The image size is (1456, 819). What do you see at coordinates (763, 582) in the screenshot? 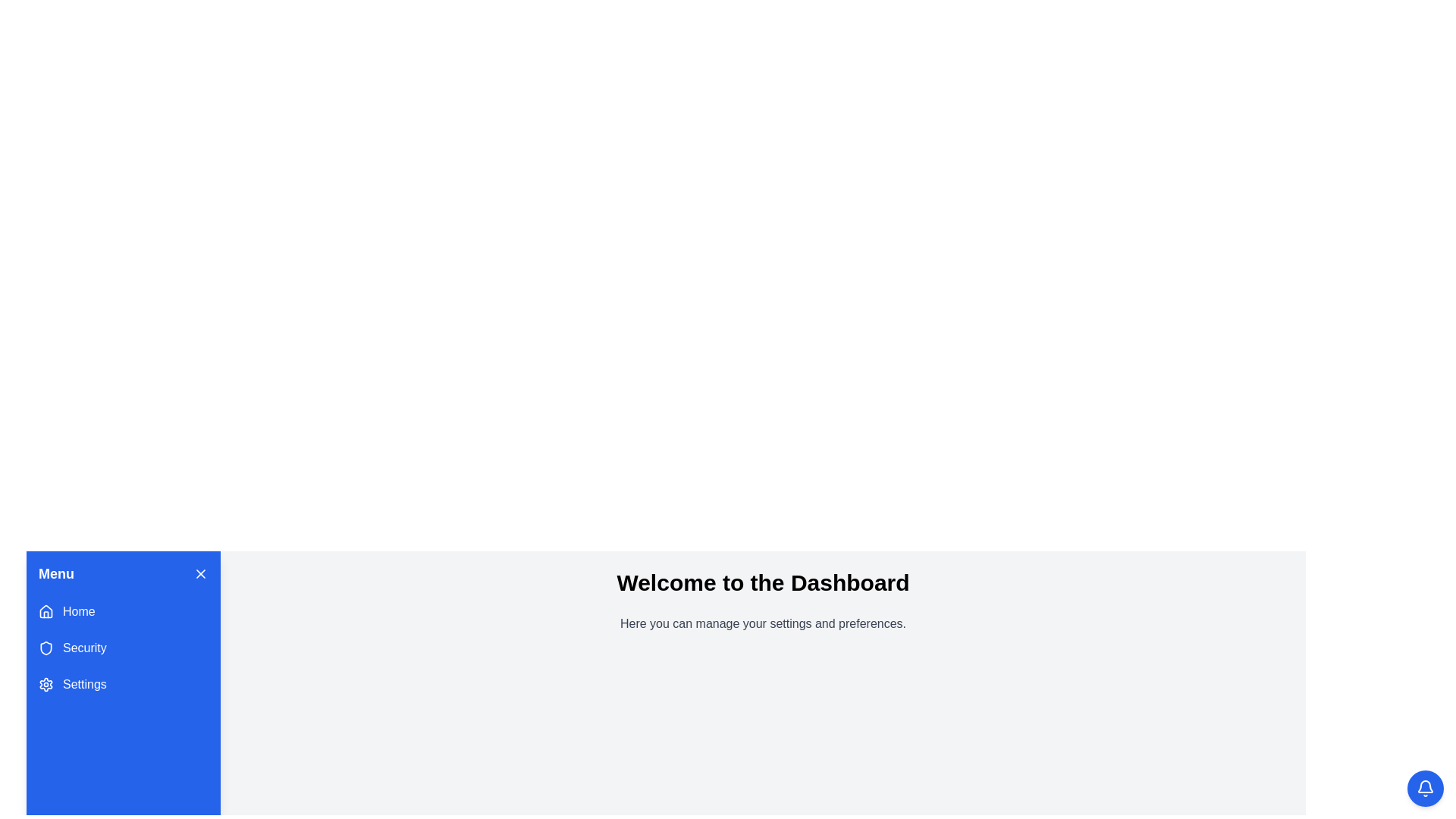
I see `the bold, large-sized text header that reads 'Welcome to the Dashboard', which is prominently displayed at the top of the content section with a light gray background` at bounding box center [763, 582].